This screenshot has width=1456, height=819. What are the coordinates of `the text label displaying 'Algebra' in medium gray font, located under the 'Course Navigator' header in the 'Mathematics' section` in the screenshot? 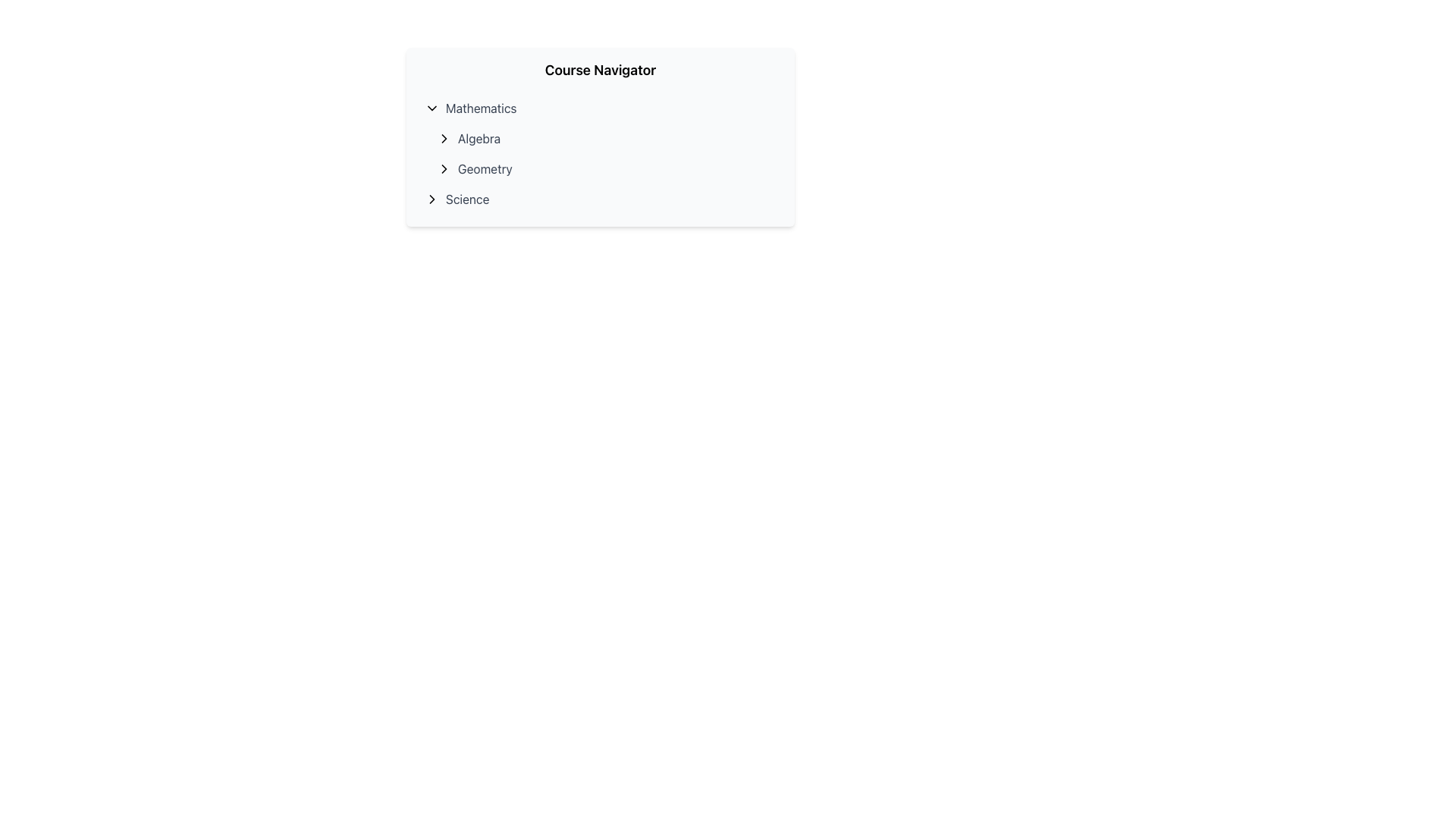 It's located at (479, 138).